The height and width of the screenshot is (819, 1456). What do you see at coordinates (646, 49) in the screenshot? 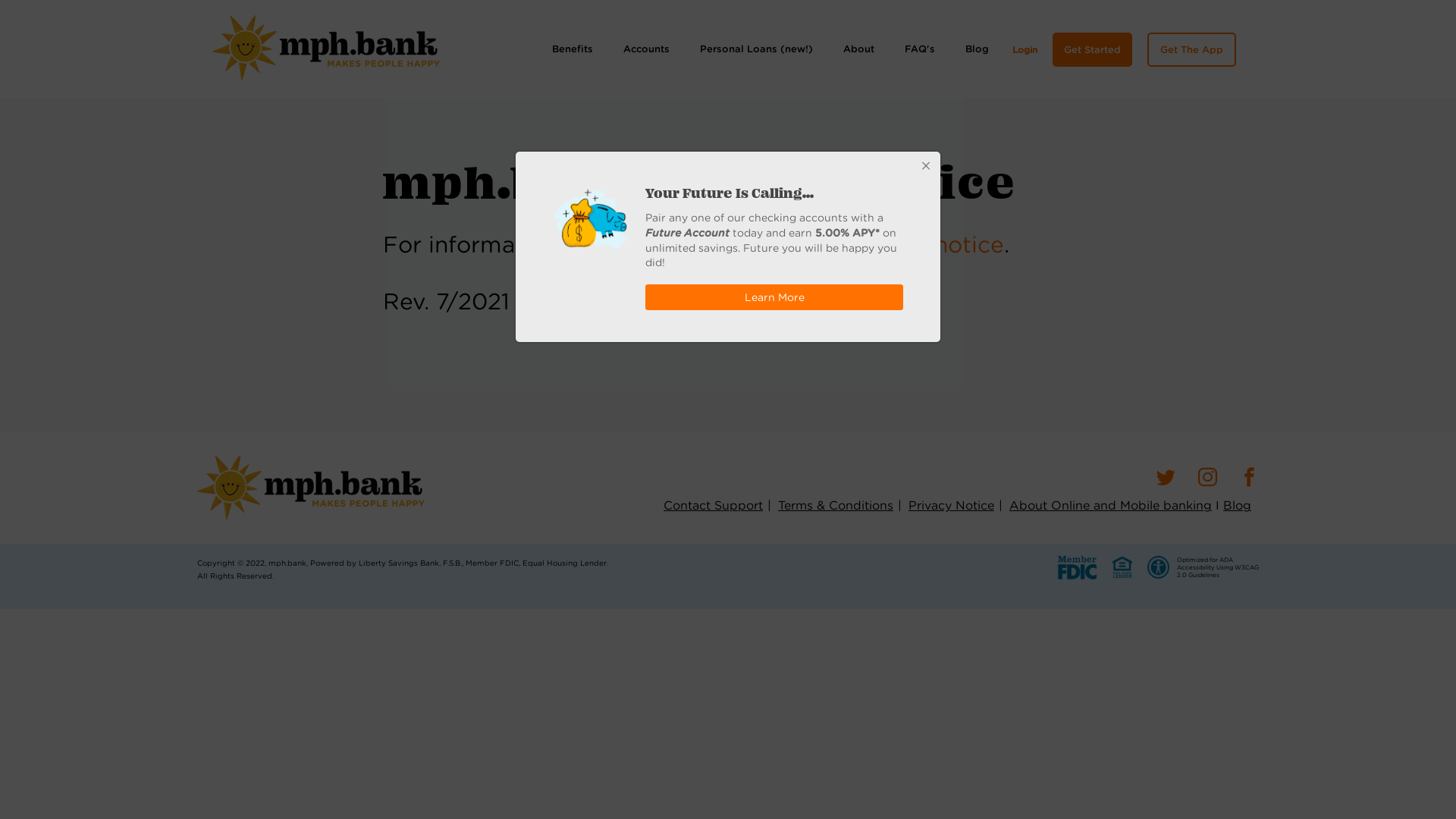
I see `'Accounts'` at bounding box center [646, 49].